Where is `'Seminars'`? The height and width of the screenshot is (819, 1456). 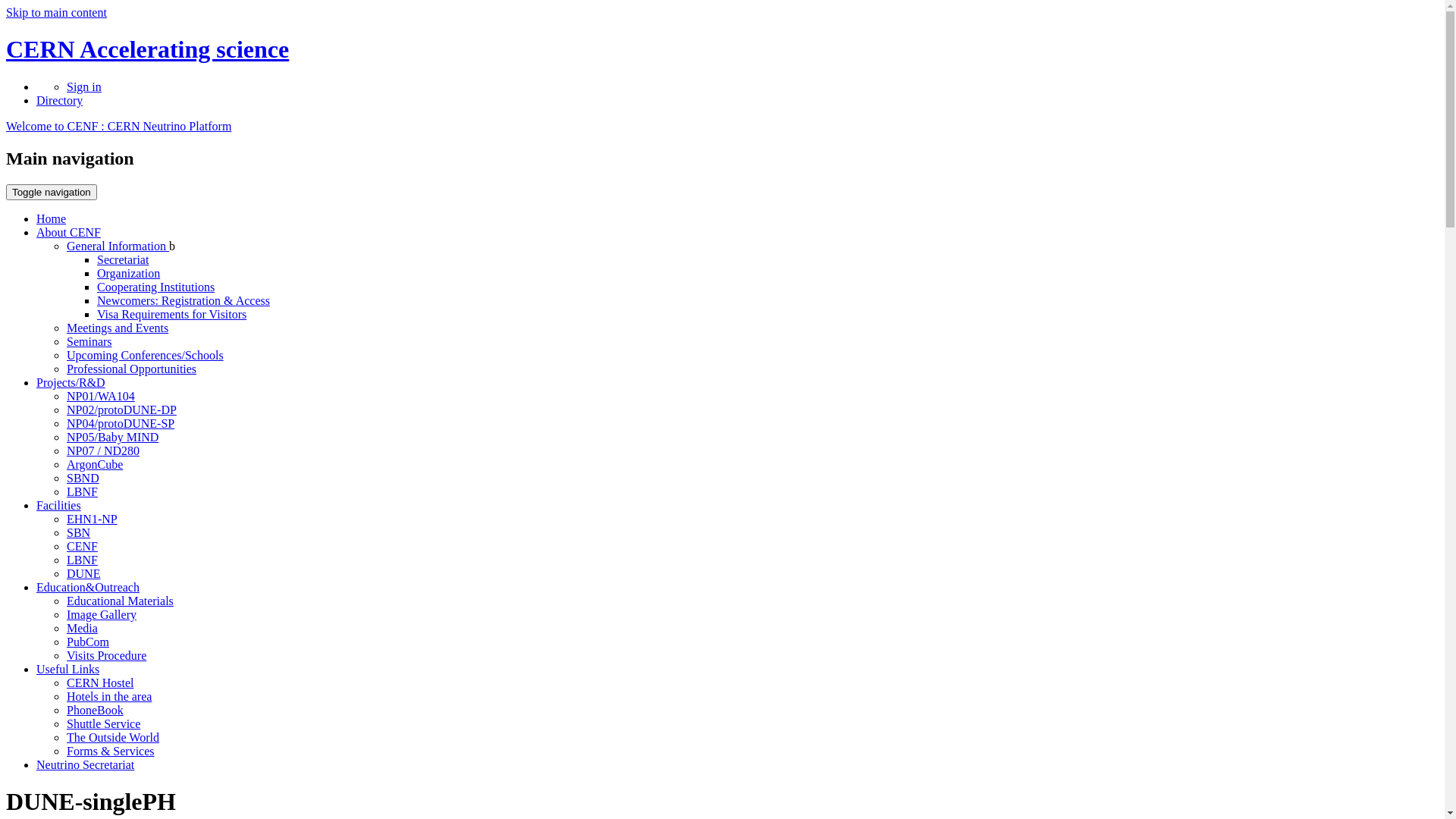 'Seminars' is located at coordinates (89, 341).